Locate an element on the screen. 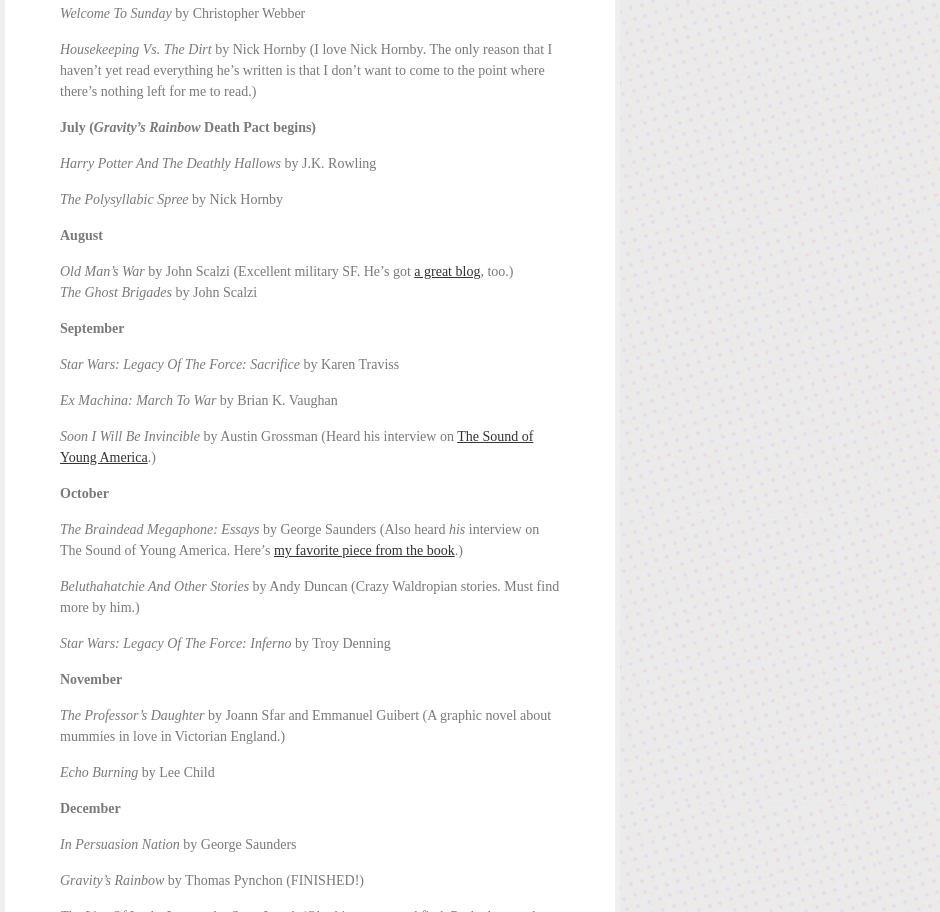 The image size is (940, 912). 'by Brian K. Vaughan' is located at coordinates (275, 400).